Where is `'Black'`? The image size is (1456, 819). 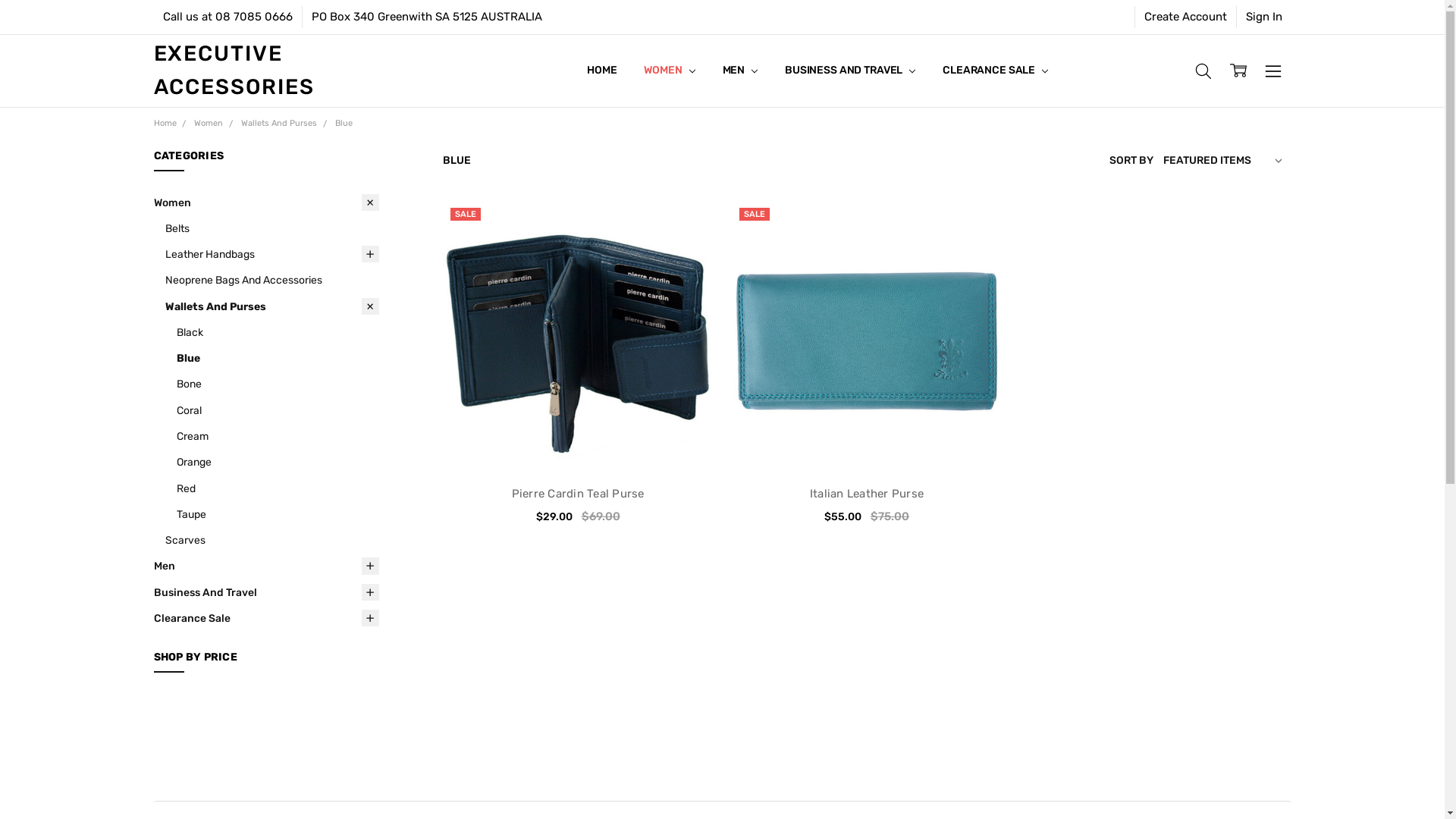 'Black' is located at coordinates (277, 331).